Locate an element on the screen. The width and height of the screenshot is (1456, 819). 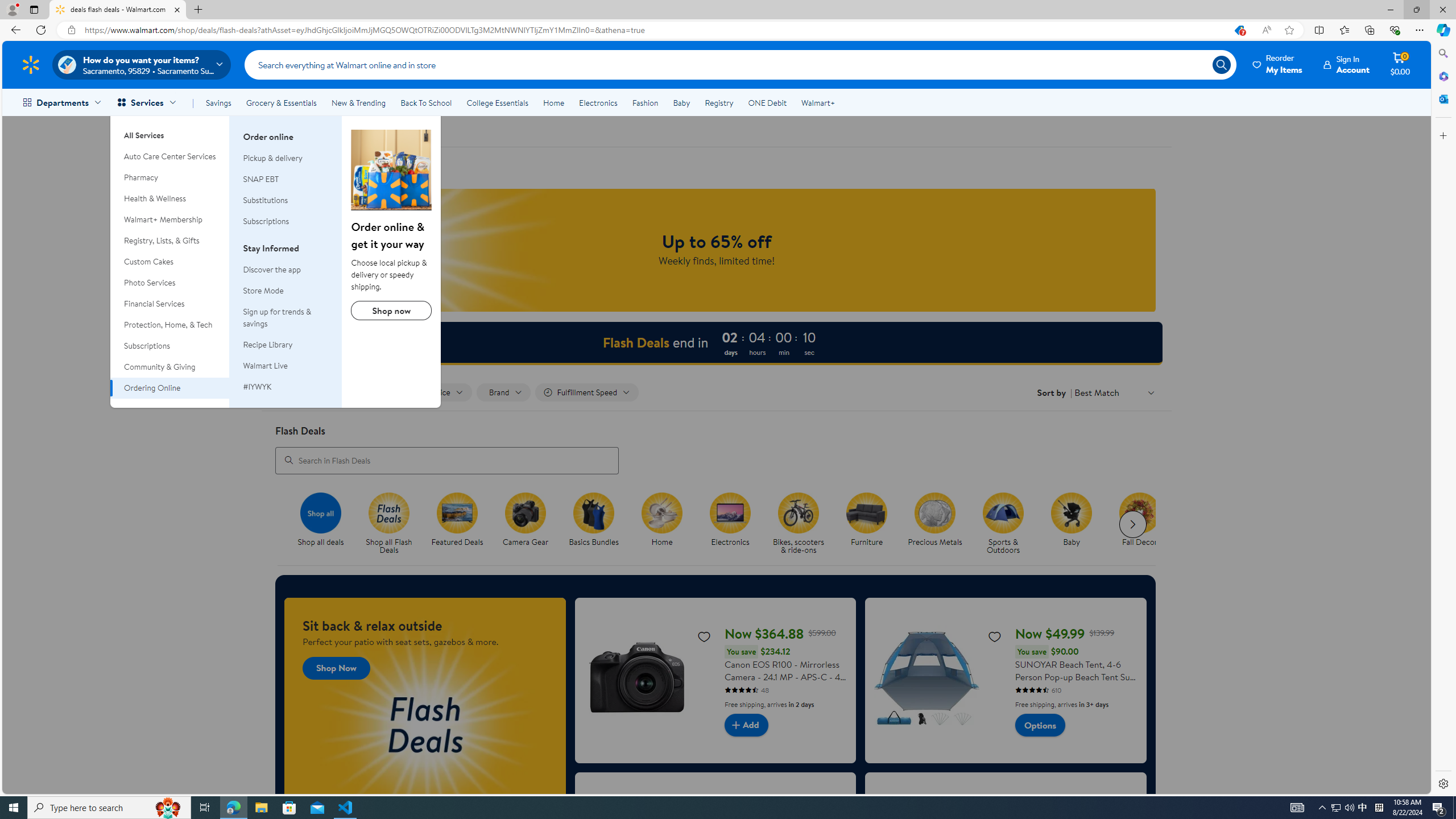
'Baby Baby' is located at coordinates (1071, 520).